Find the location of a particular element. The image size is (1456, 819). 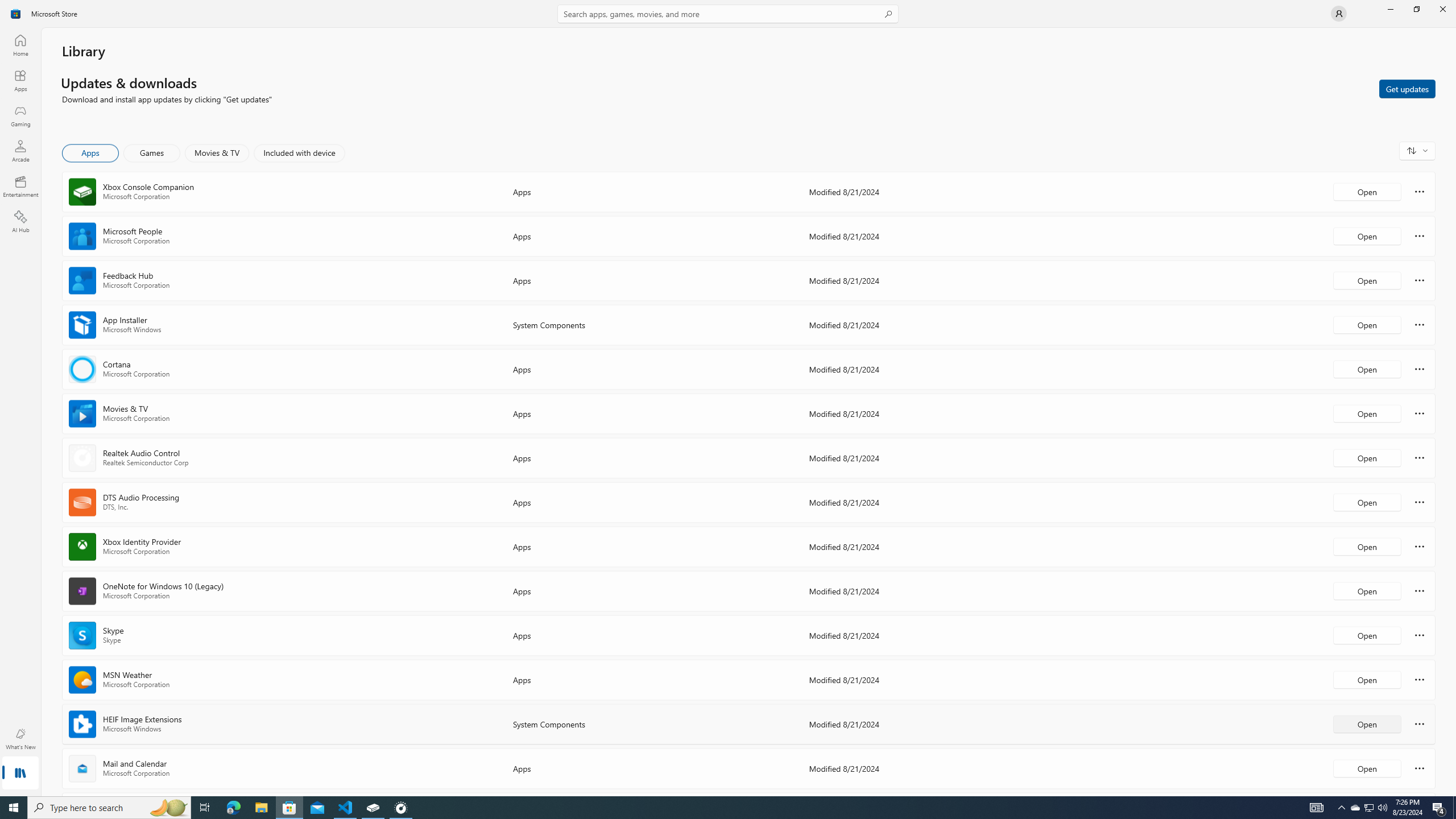

'What' is located at coordinates (19, 738).